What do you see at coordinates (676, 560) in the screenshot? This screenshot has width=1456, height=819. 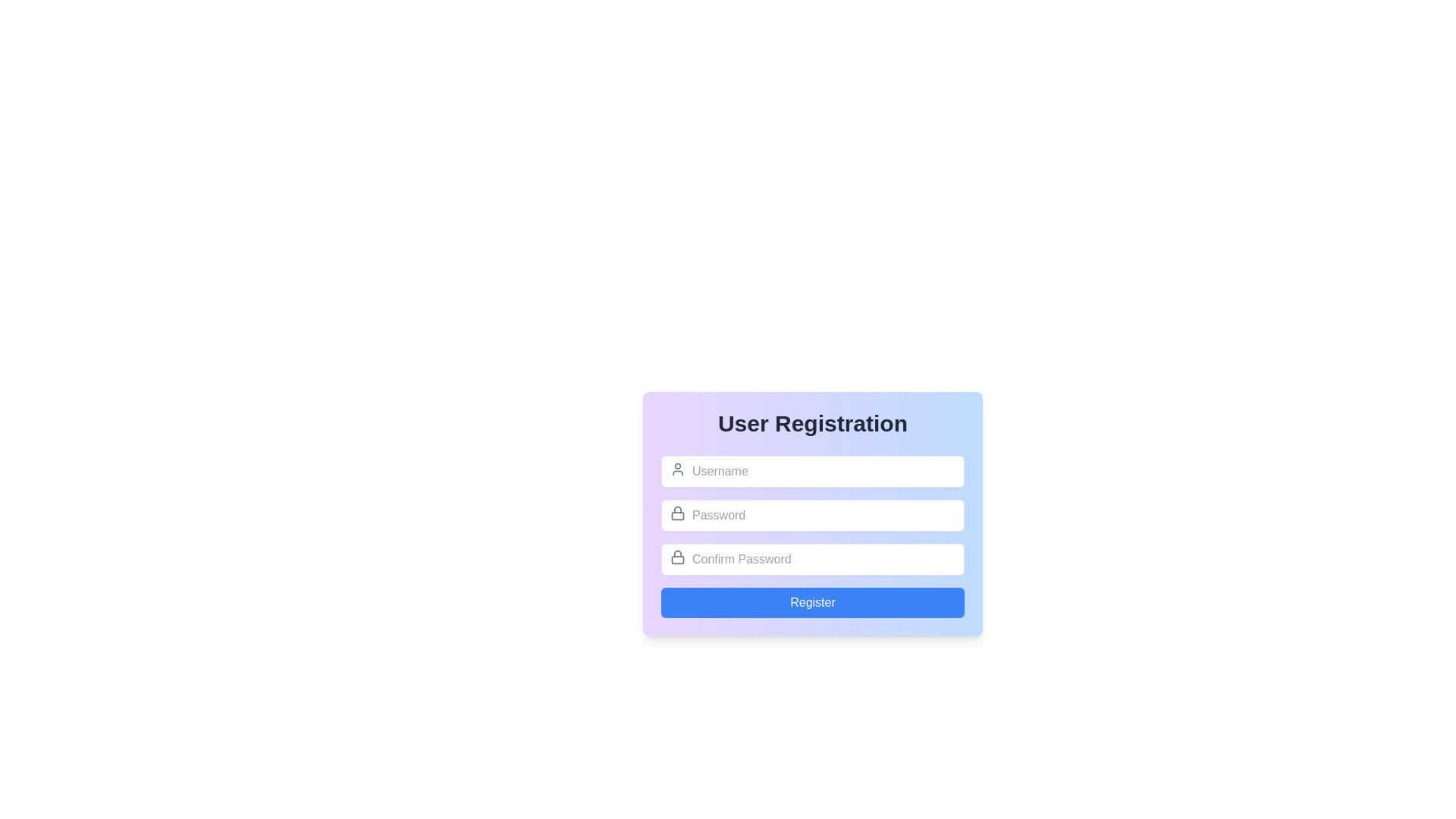 I see `the small rectangular shape located within the padlock icon of the 'Confirm Password' input field in the 'User Registration' form` at bounding box center [676, 560].